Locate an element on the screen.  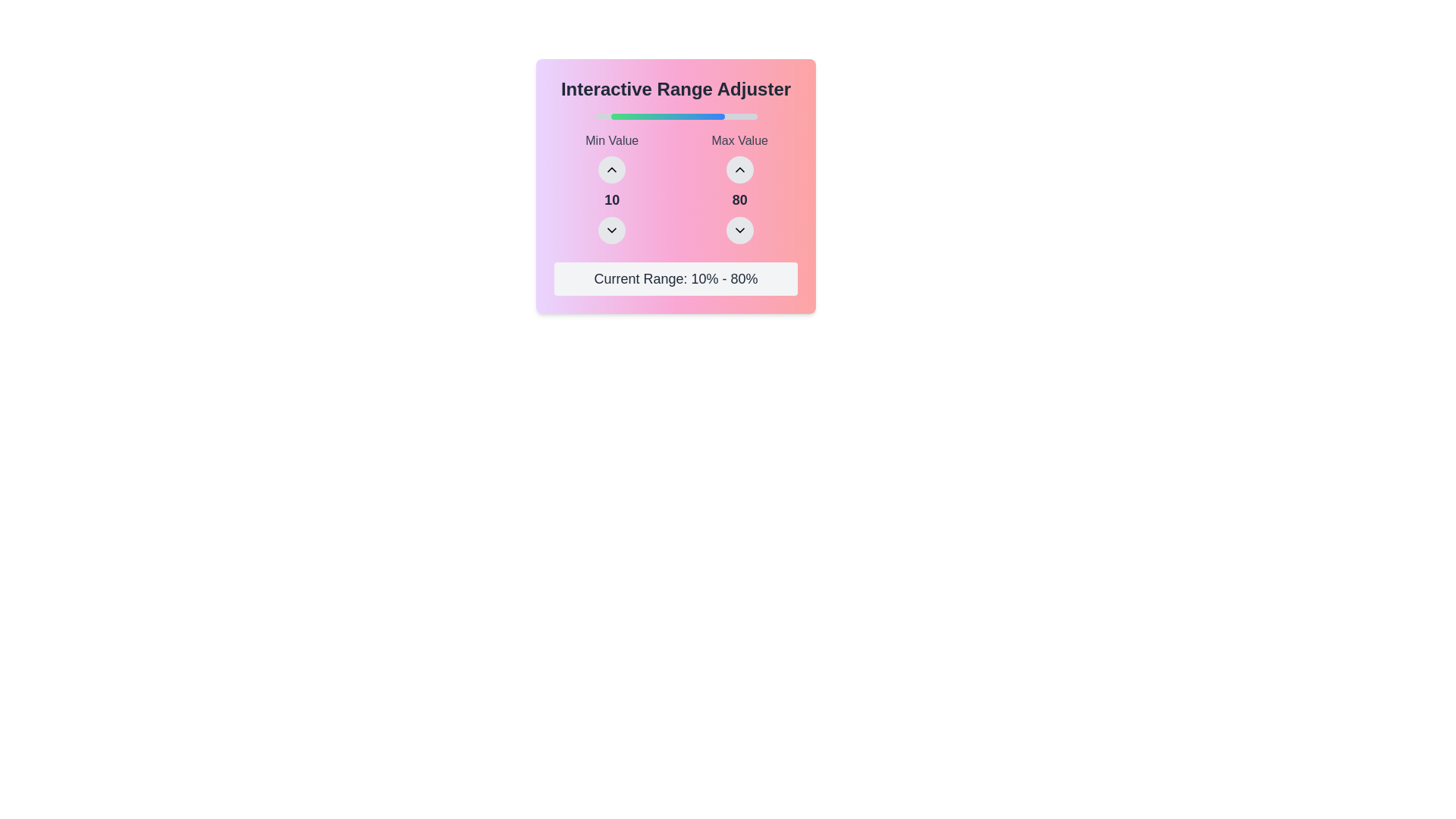
the displayed range on the progress bar located centrally within the 'Interactive Range Adjuster' UI component, positioned below the title and above the 'Min Value' and 'Max Value' labels is located at coordinates (675, 116).